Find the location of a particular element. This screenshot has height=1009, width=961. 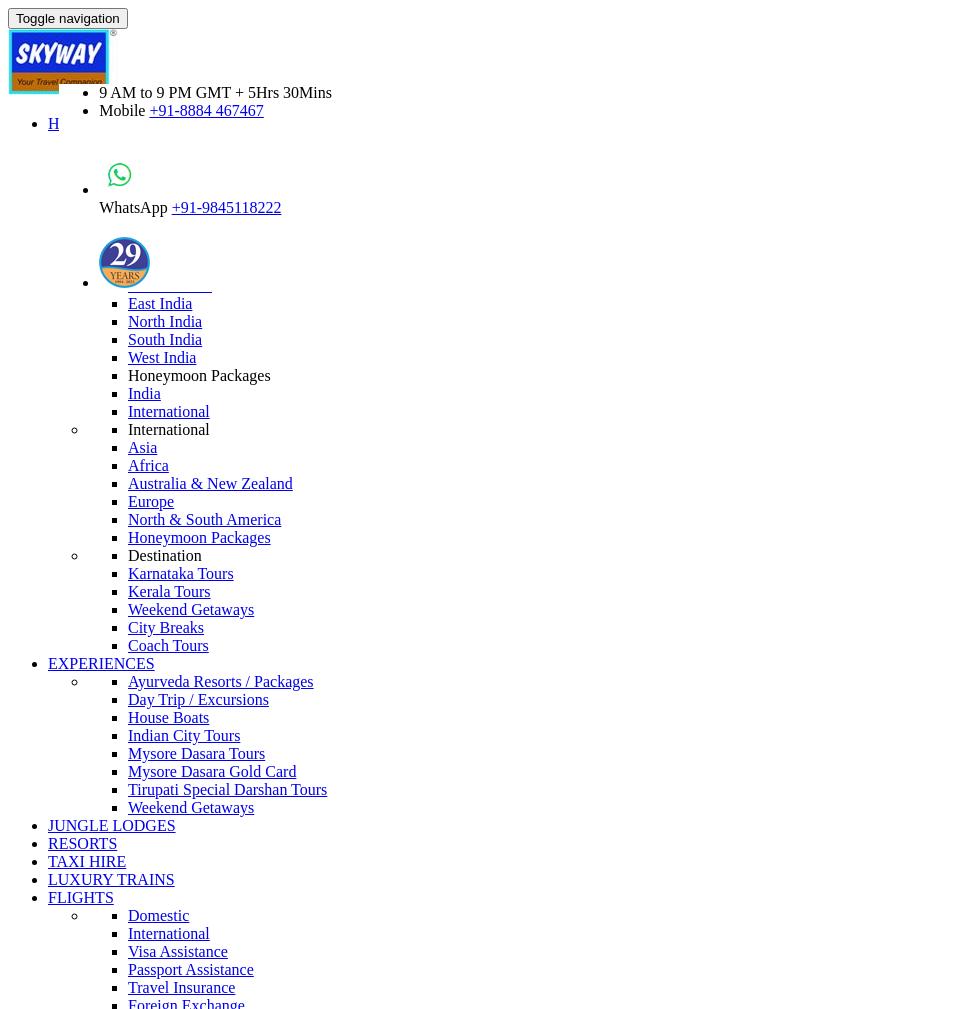

'Mysore Dasara Tours' is located at coordinates (196, 753).